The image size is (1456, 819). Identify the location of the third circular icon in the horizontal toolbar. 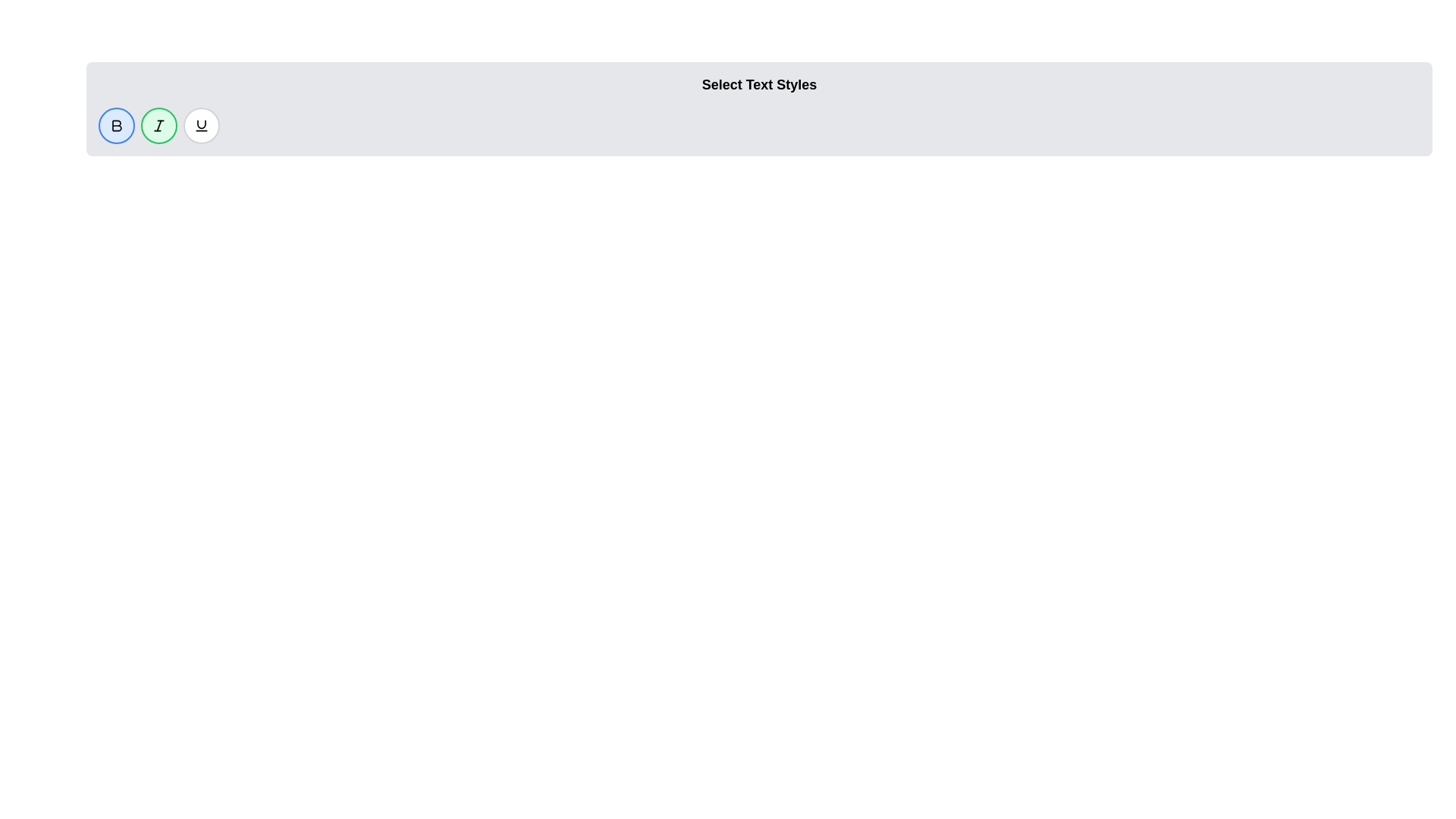
(200, 124).